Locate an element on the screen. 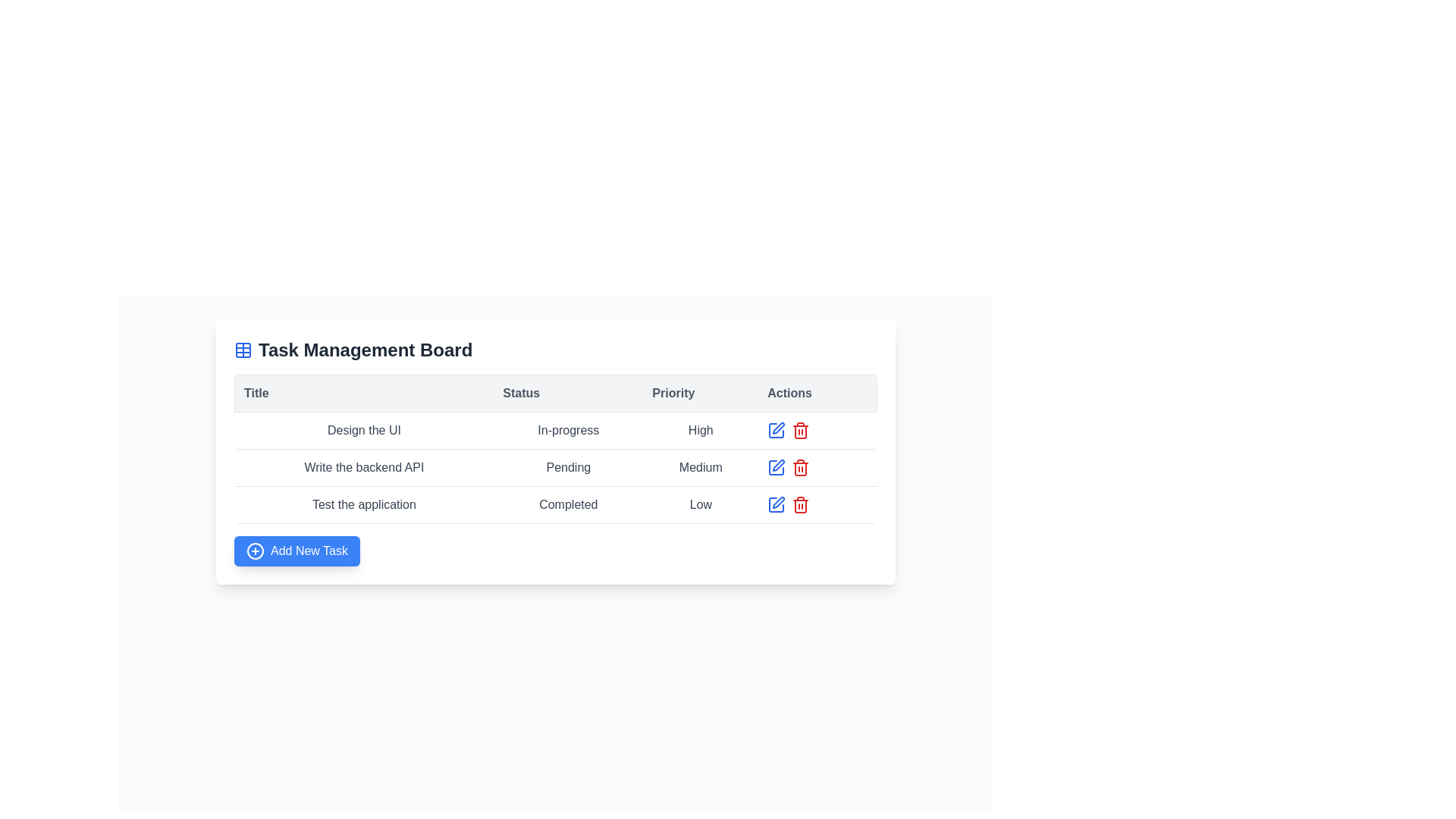  the action icons in the last row of the Actions column for the task titled 'Test the application' is located at coordinates (817, 505).